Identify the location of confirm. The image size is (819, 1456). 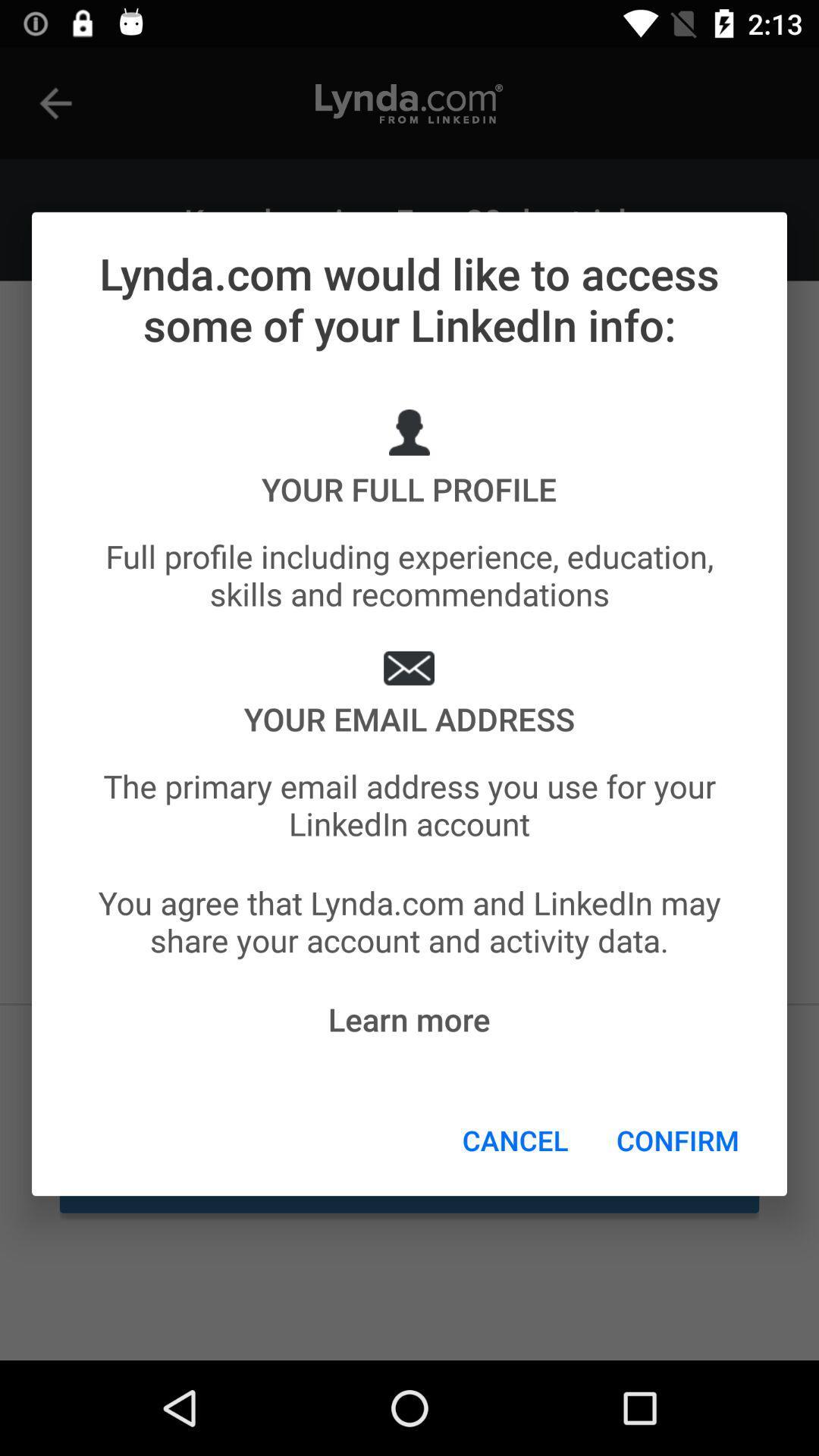
(677, 1140).